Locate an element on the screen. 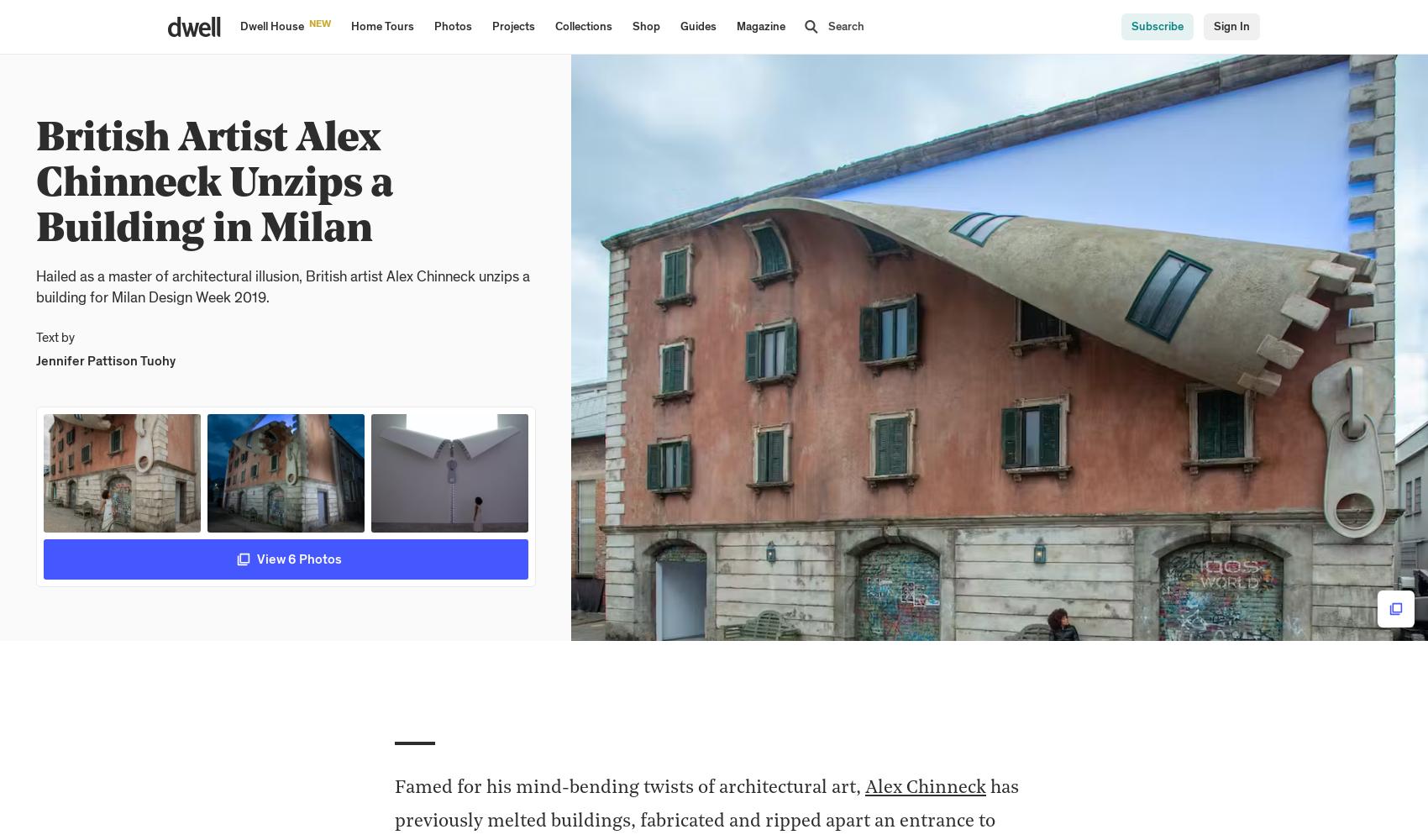 The height and width of the screenshot is (840, 1428). 'Hailed as a master of architectural illusion, British artist Alex Chinneck unzips a building for Milan Design Week 2019.' is located at coordinates (281, 286).